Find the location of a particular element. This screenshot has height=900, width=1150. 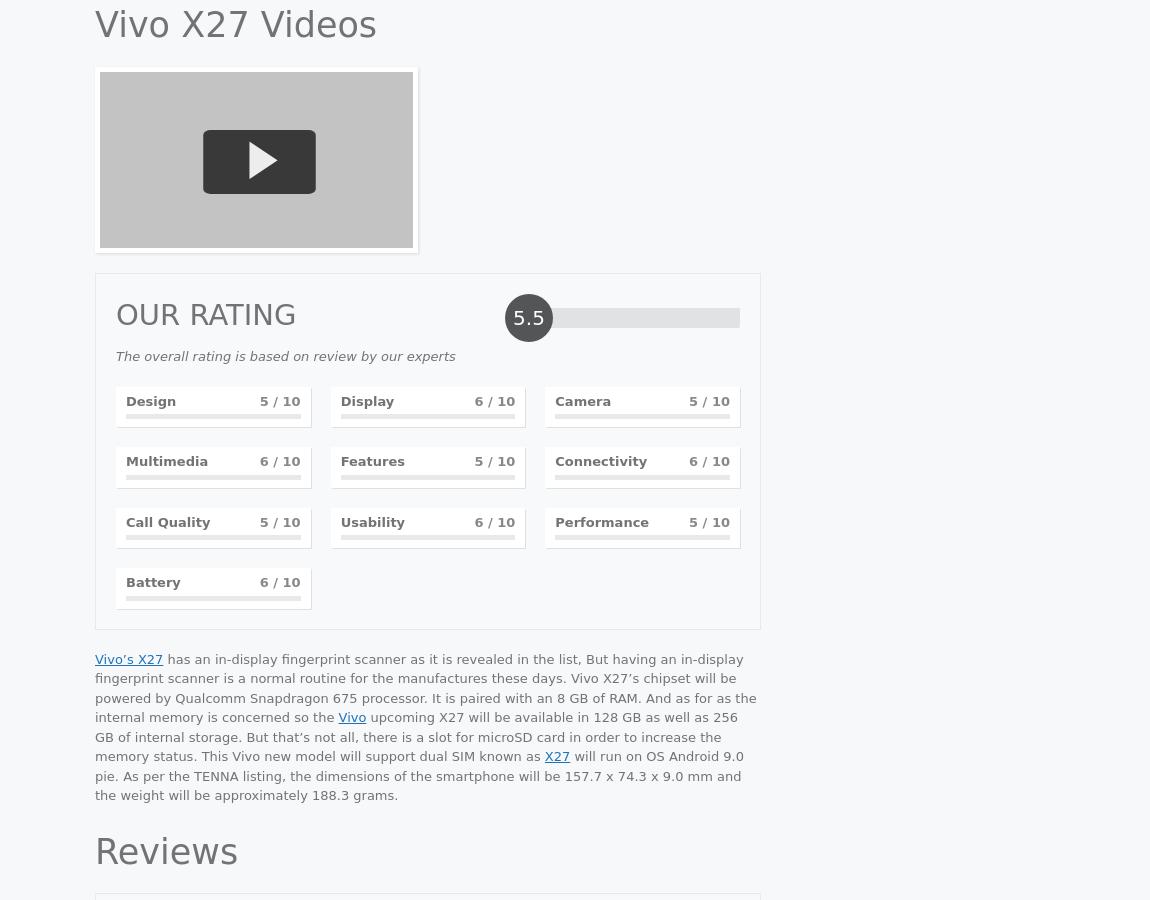

'Battery' is located at coordinates (151, 582).